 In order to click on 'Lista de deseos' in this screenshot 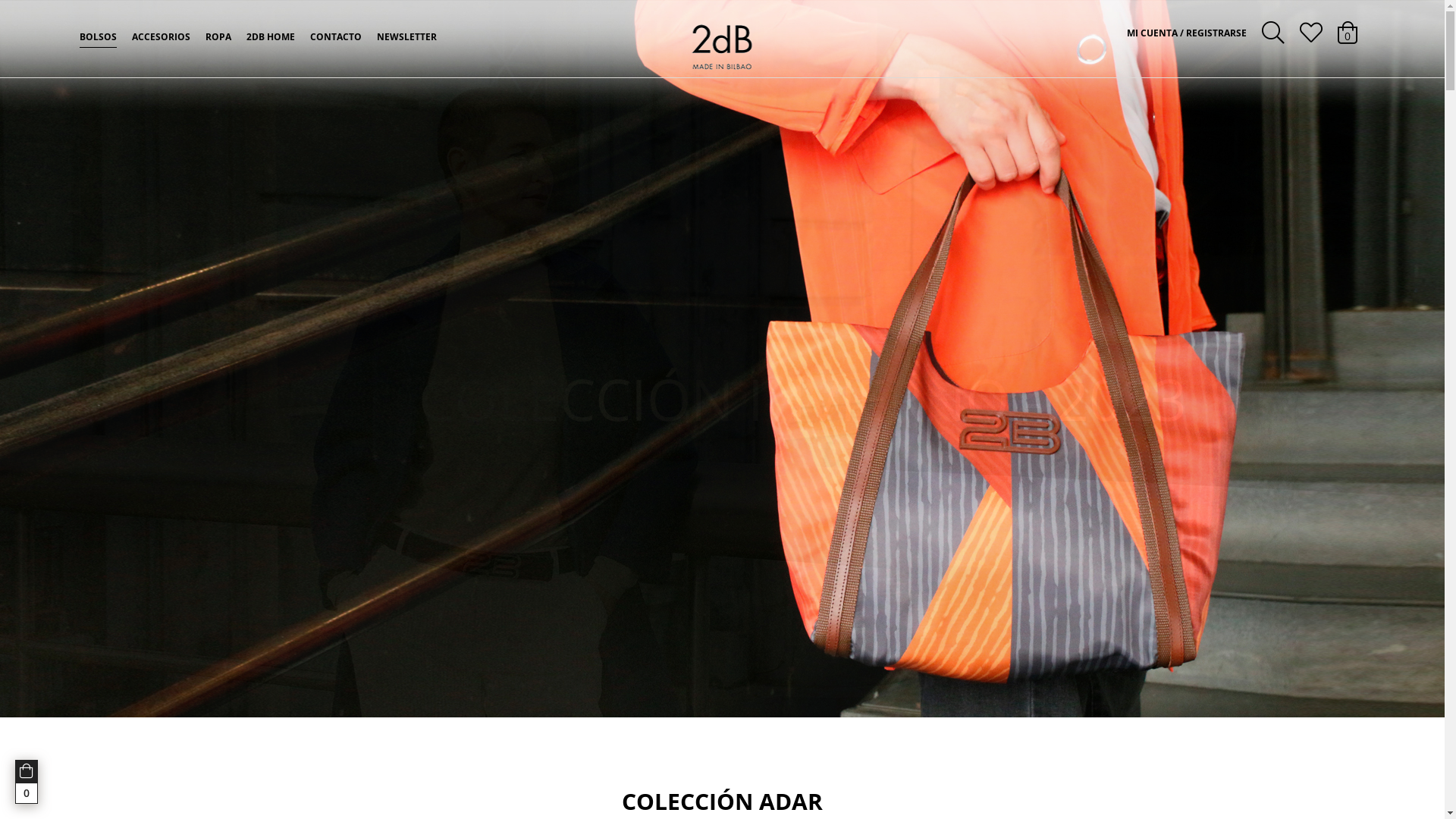, I will do `click(1310, 32)`.